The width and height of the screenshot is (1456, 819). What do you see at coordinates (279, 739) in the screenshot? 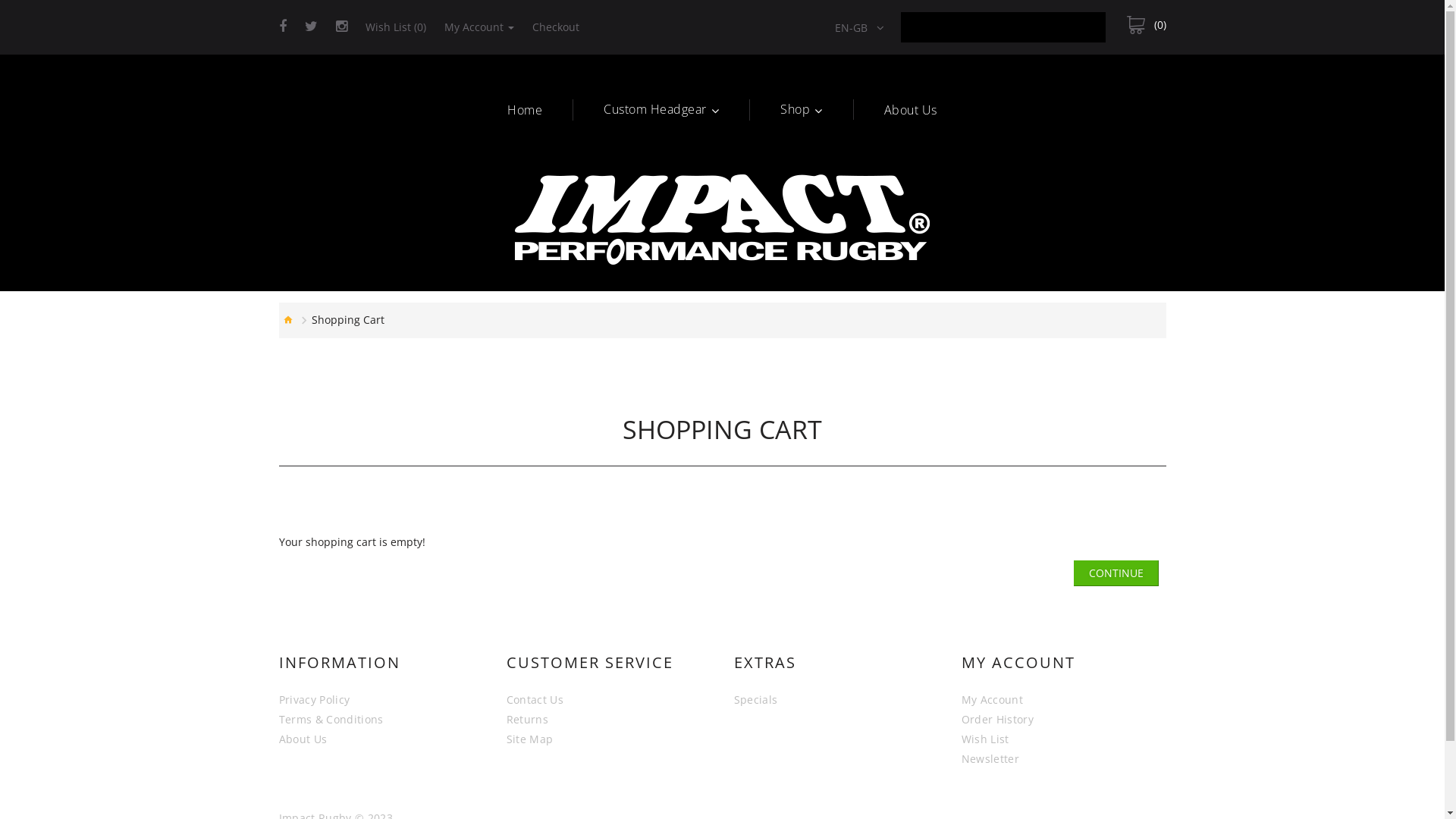
I see `'About Us'` at bounding box center [279, 739].